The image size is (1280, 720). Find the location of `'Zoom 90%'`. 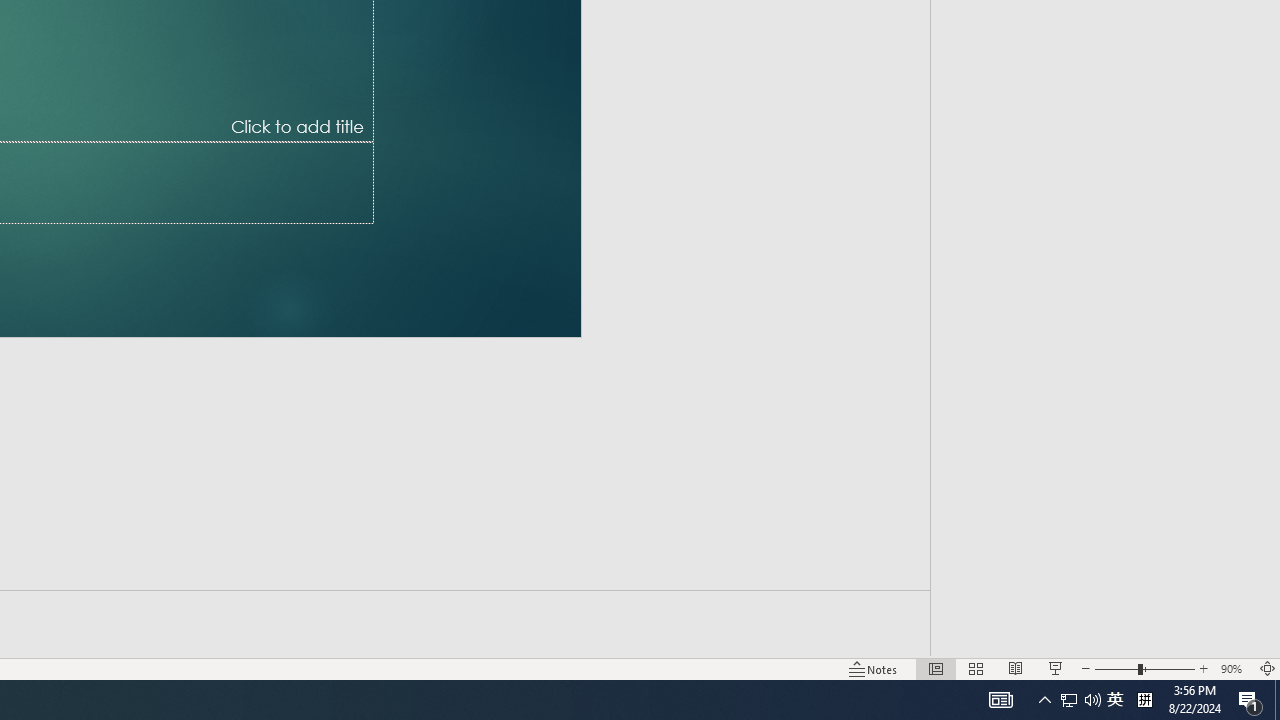

'Zoom 90%' is located at coordinates (1233, 669).